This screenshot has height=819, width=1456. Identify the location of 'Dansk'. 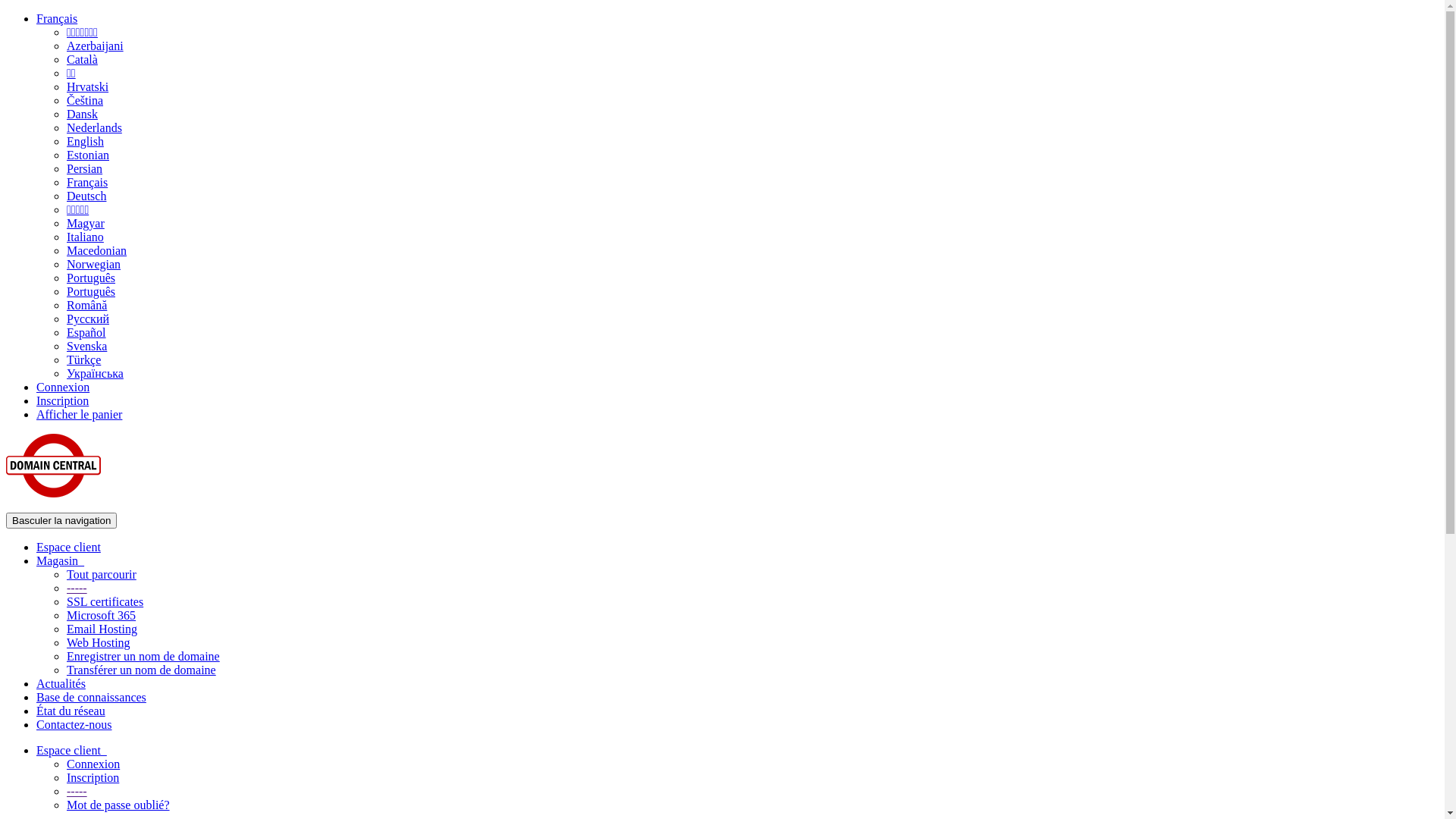
(81, 113).